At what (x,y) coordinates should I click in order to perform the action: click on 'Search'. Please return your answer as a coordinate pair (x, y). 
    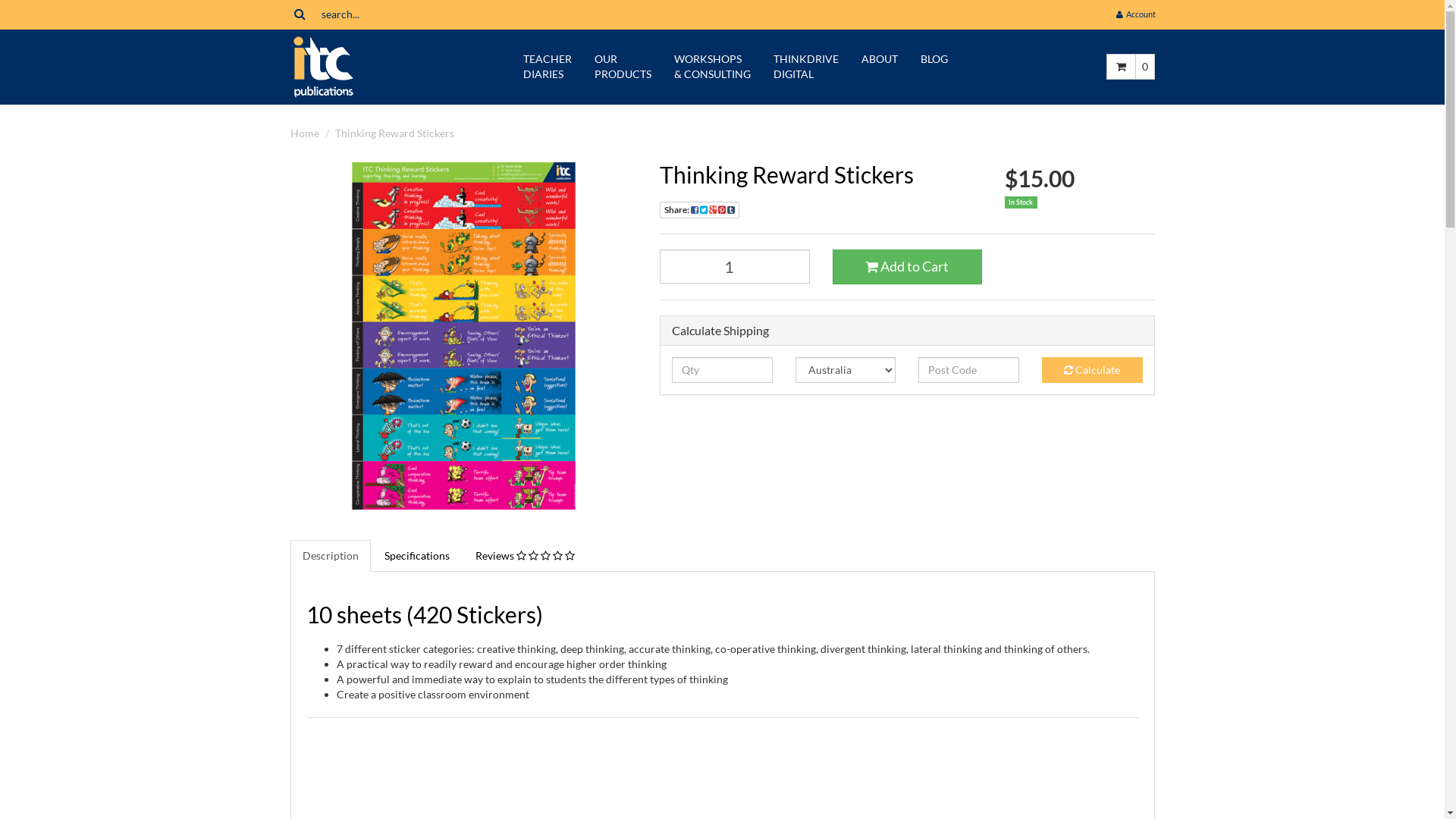
    Looking at the image, I should click on (299, 14).